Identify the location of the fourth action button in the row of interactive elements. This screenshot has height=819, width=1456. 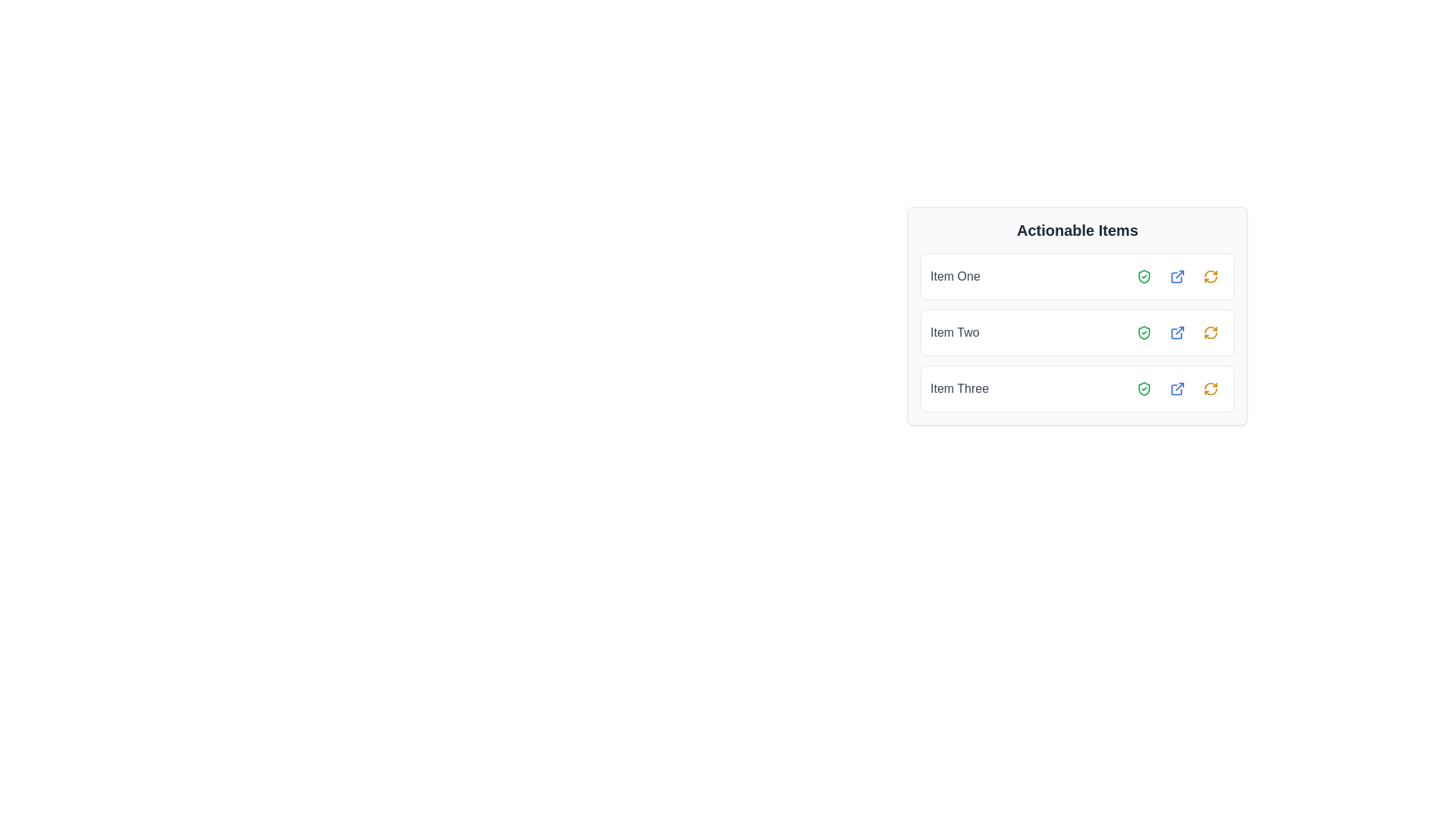
(1210, 332).